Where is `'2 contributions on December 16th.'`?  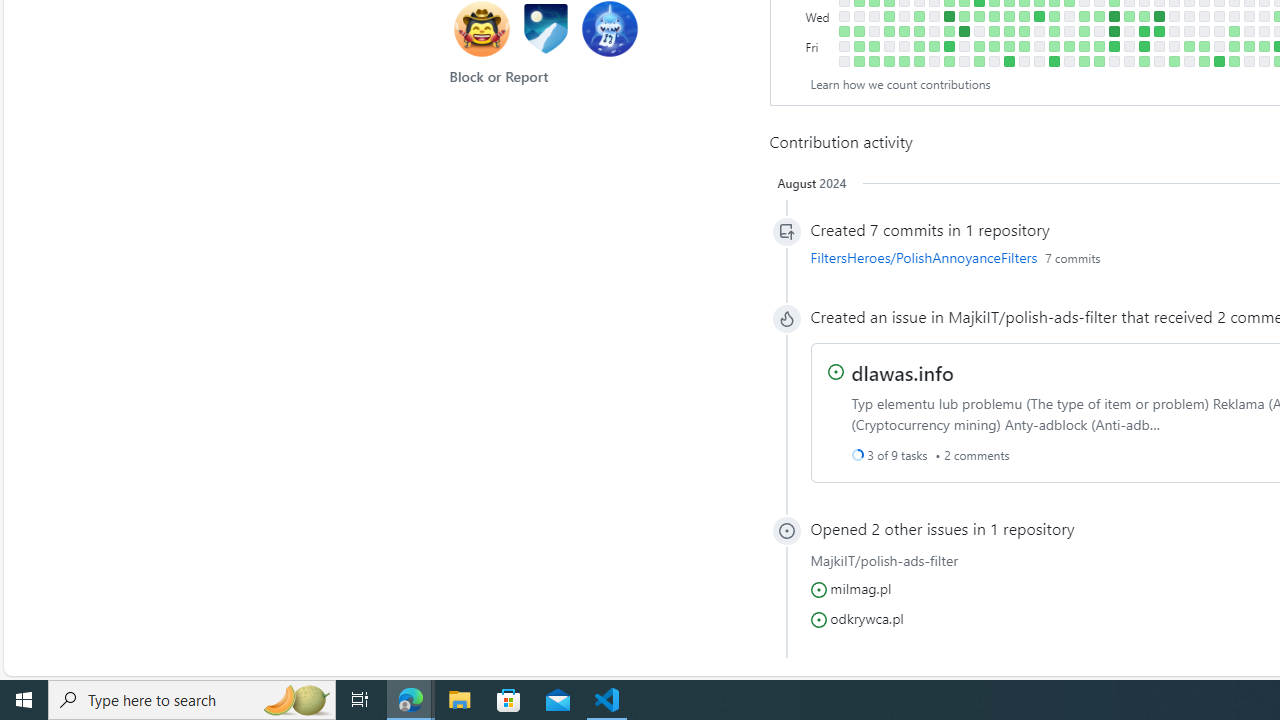
'2 contributions on December 16th.' is located at coordinates (1083, 60).